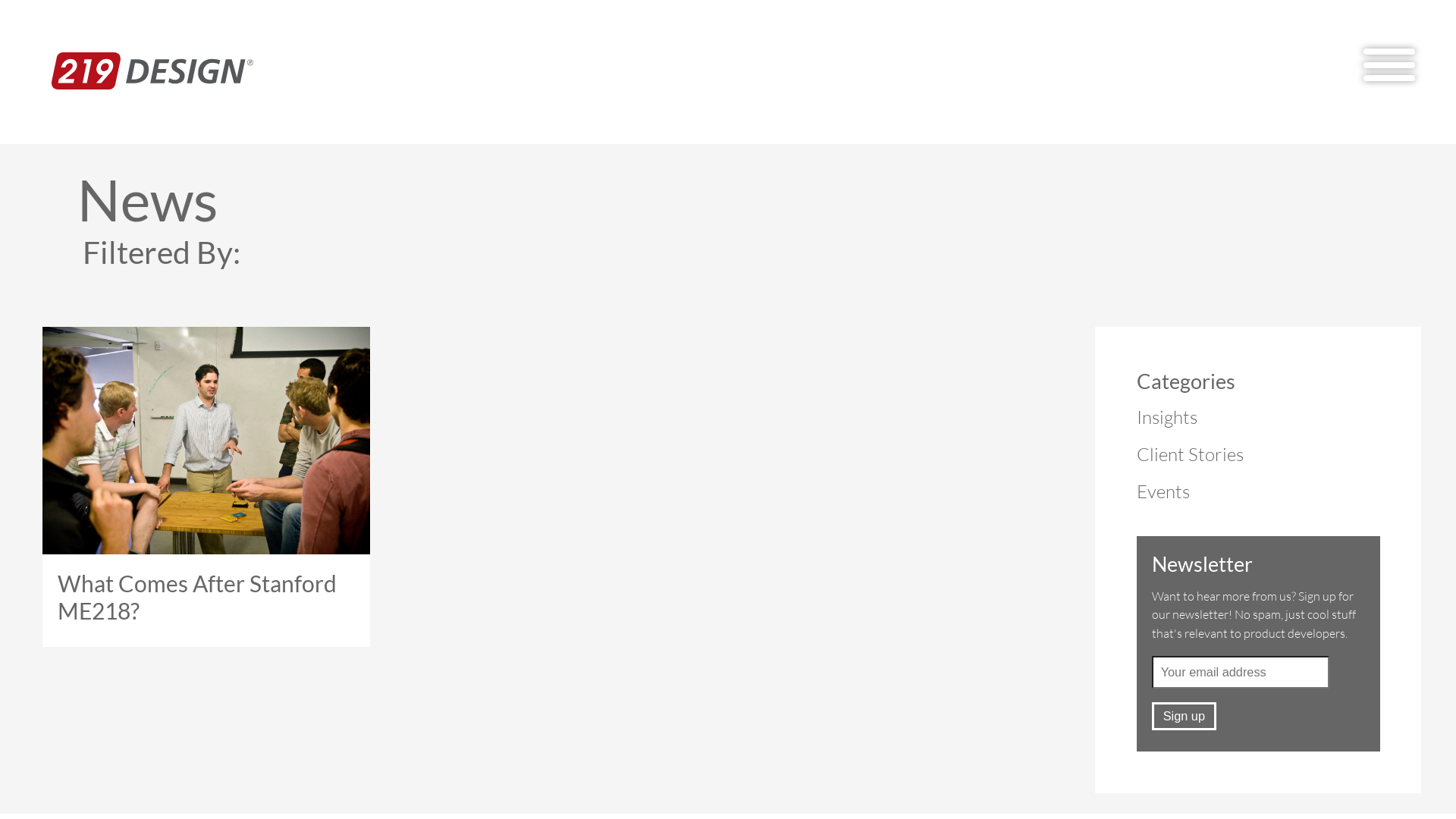  Describe the element at coordinates (1166, 417) in the screenshot. I see `'Insights'` at that location.